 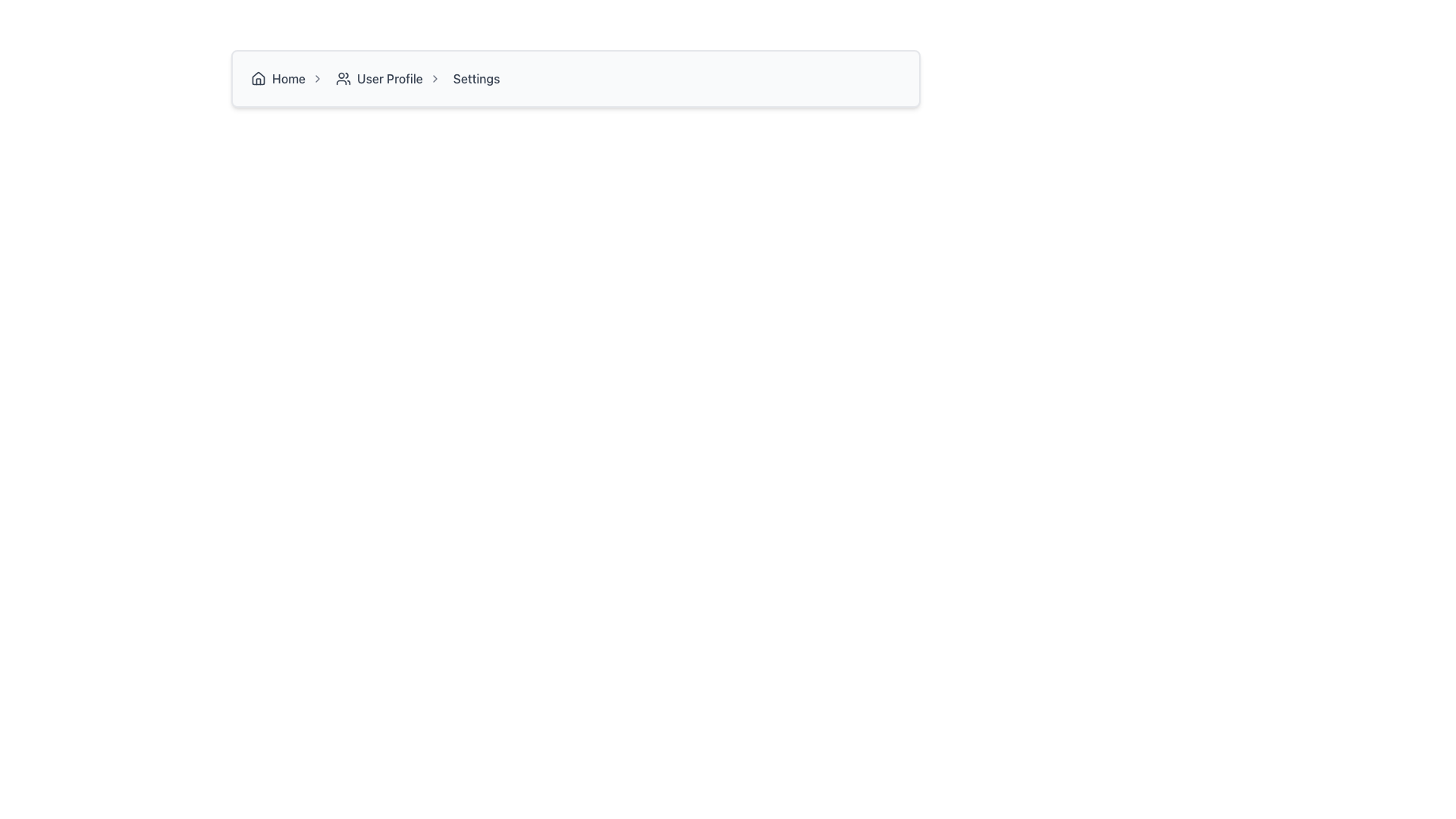 What do you see at coordinates (390, 79) in the screenshot?
I see `text of the 'User Profile' navigational label, which is the second breadcrumb link in the navigation sequence` at bounding box center [390, 79].